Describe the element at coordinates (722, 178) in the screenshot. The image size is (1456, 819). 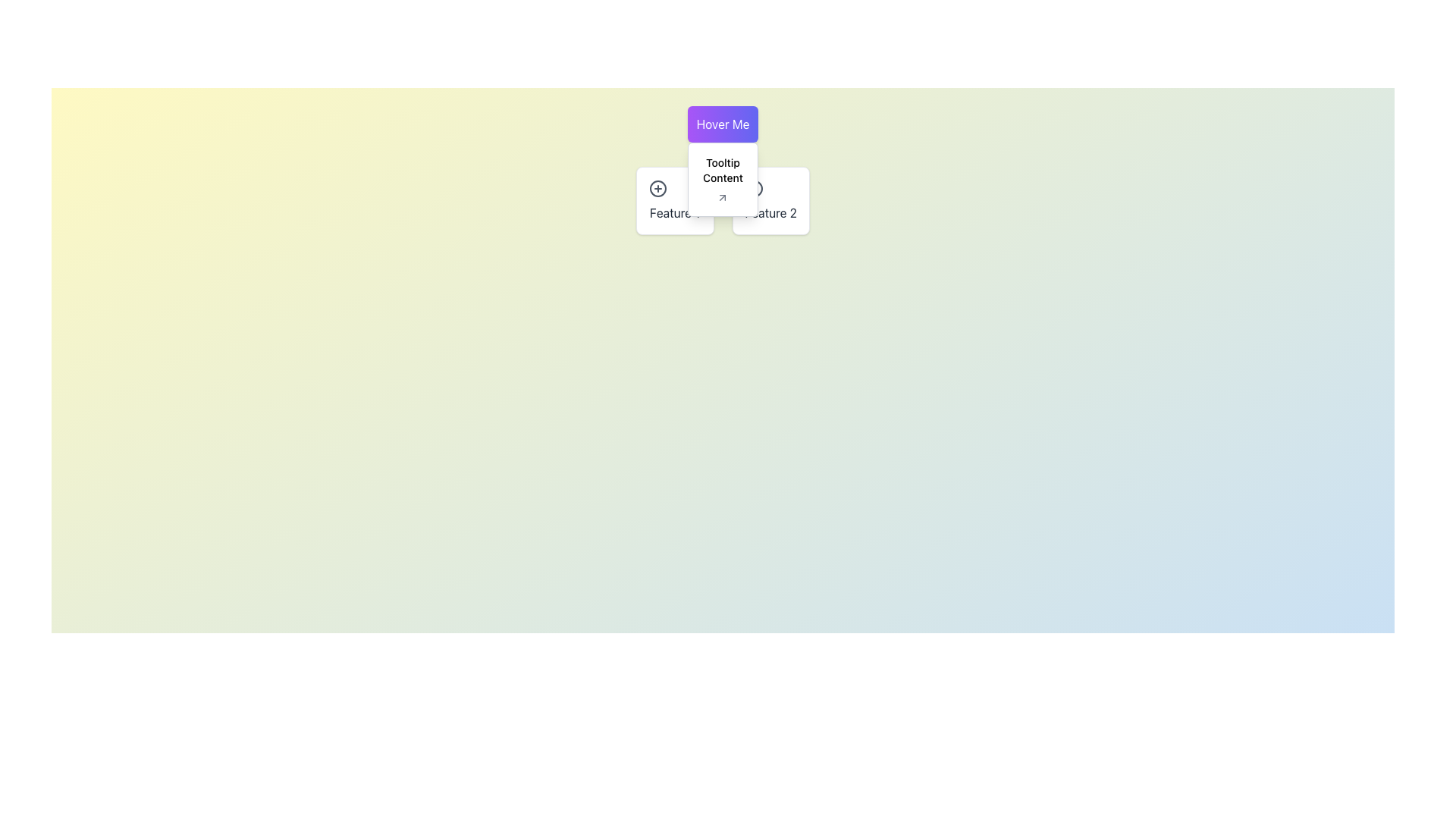
I see `the tooltip with white background and gray border containing the text 'Tooltip Content' and an upward pointing arrow icon, located below the 'Hover Me' button` at that location.